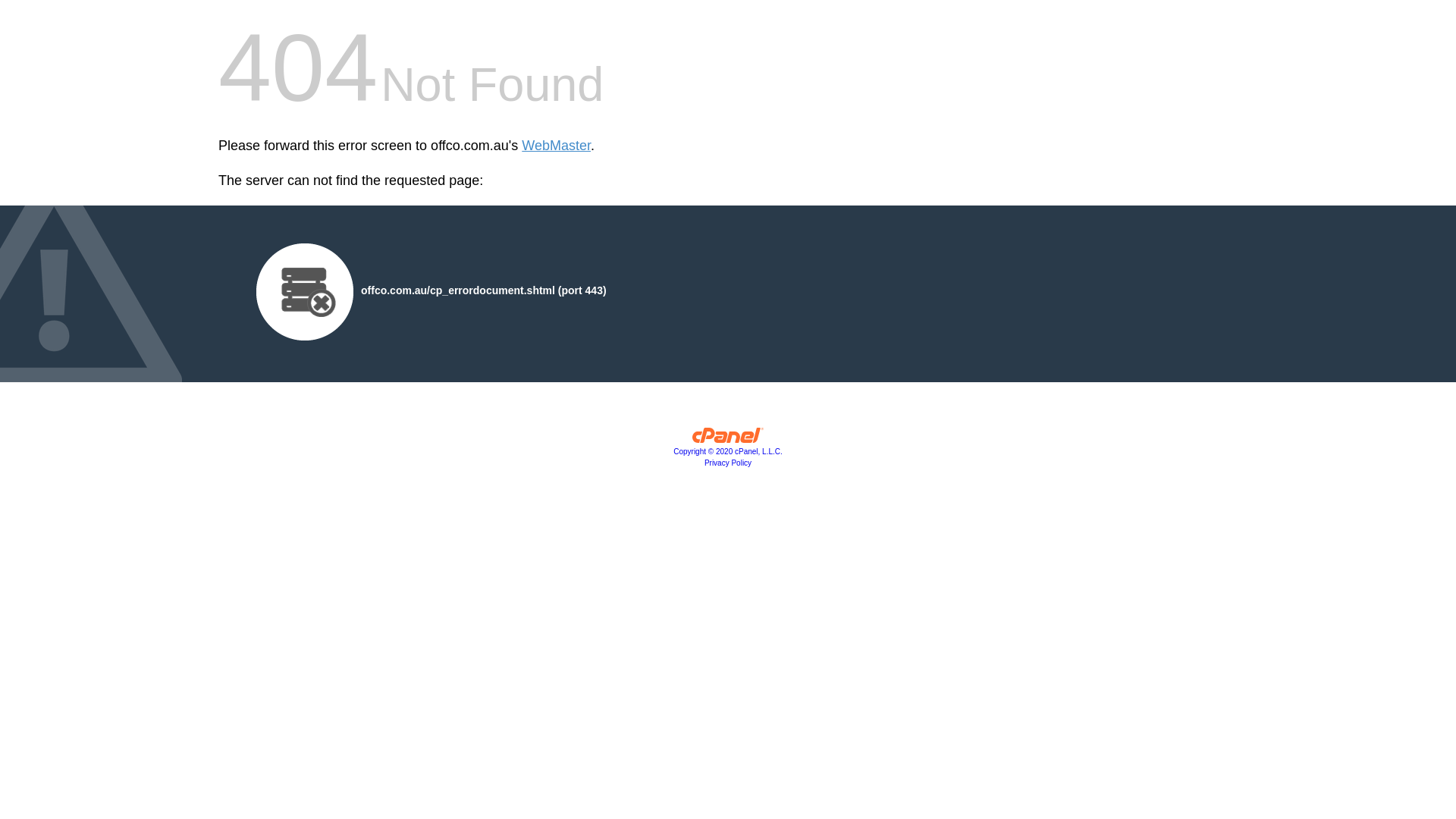  I want to click on 'WebMaster', so click(555, 146).